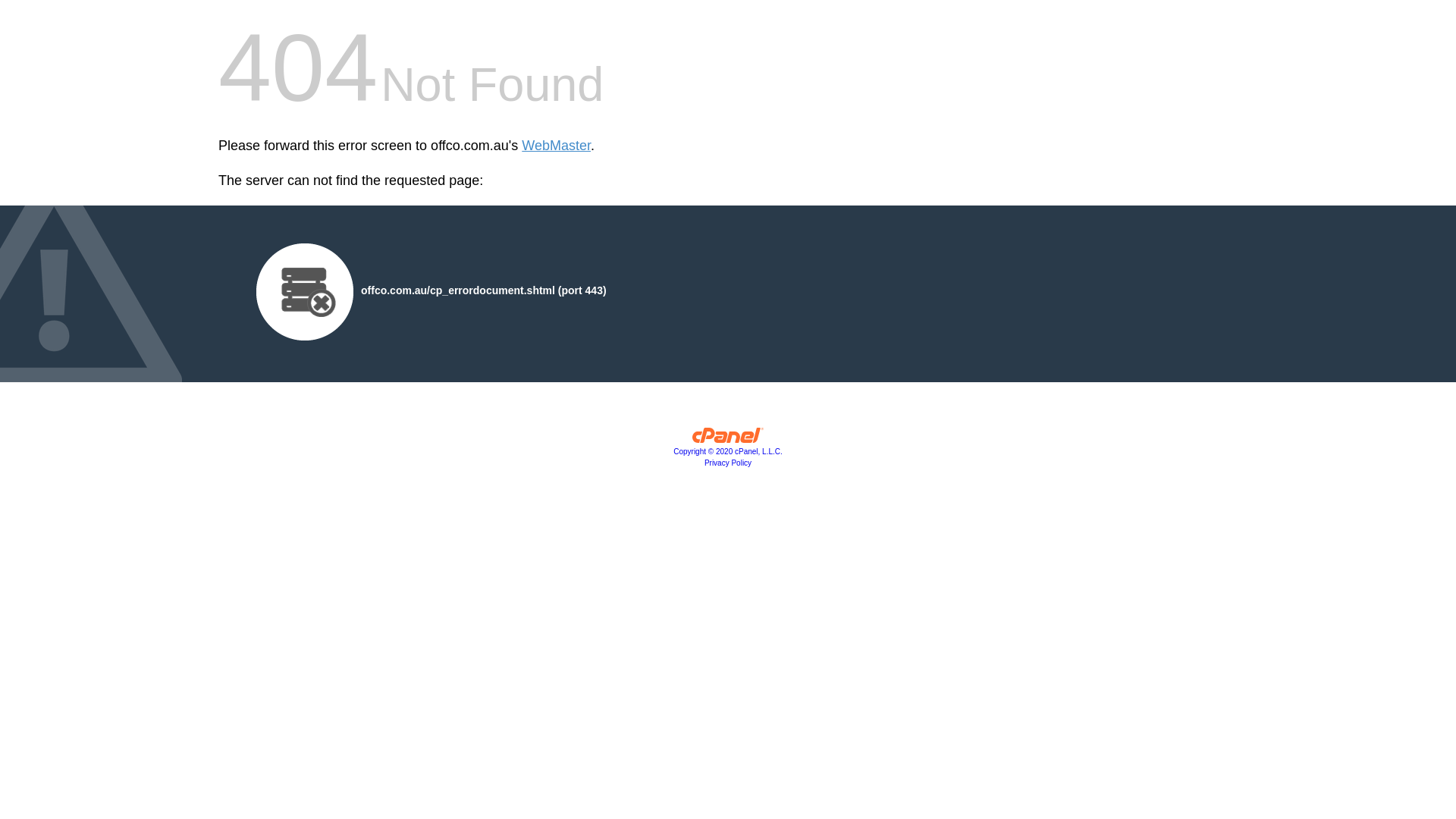  I want to click on 'WebMaster', so click(555, 146).